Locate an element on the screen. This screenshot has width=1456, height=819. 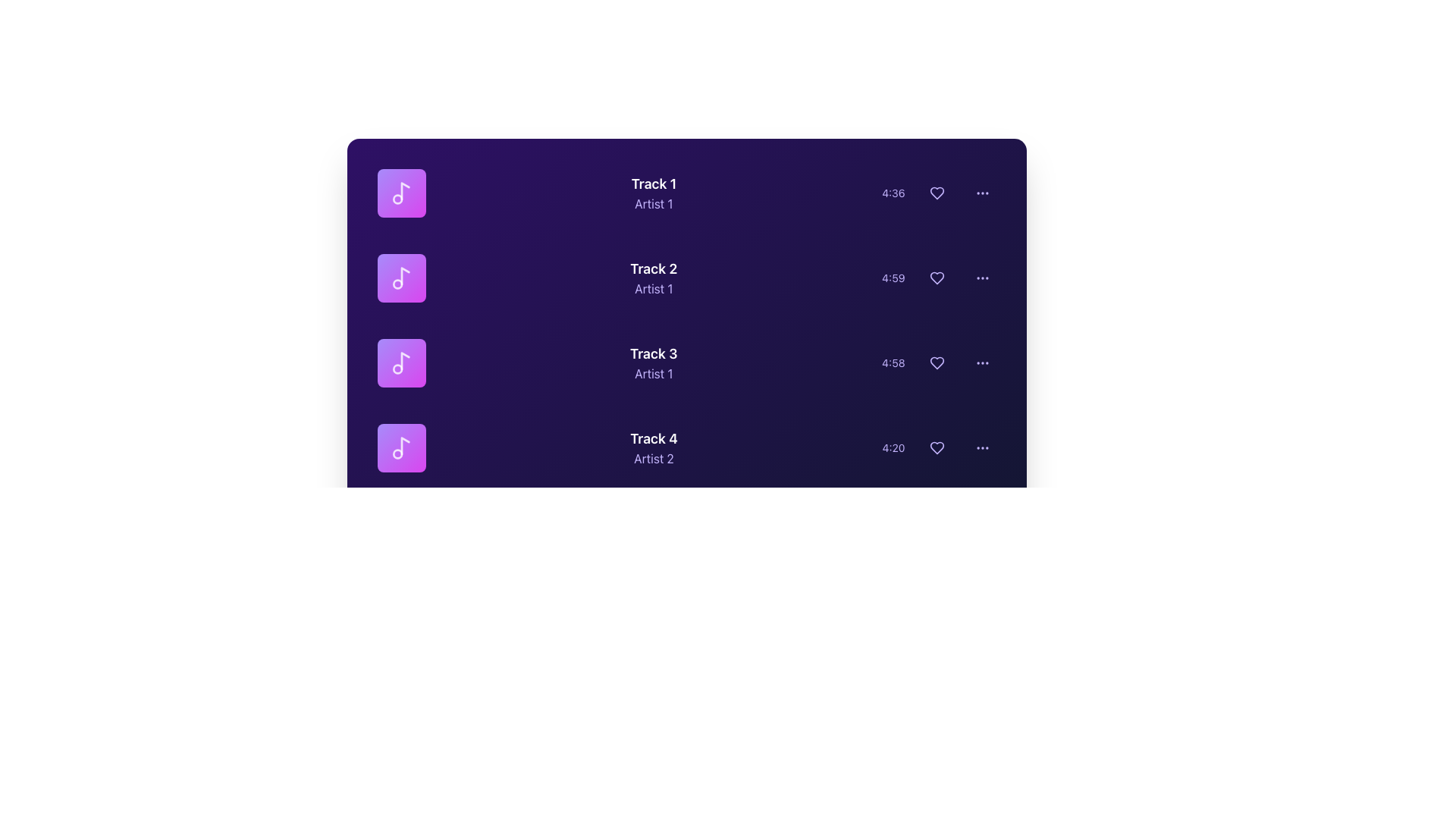
the violet heart icon in the fourth row between the duration '4:20' and an ellipsis icon is located at coordinates (938, 447).